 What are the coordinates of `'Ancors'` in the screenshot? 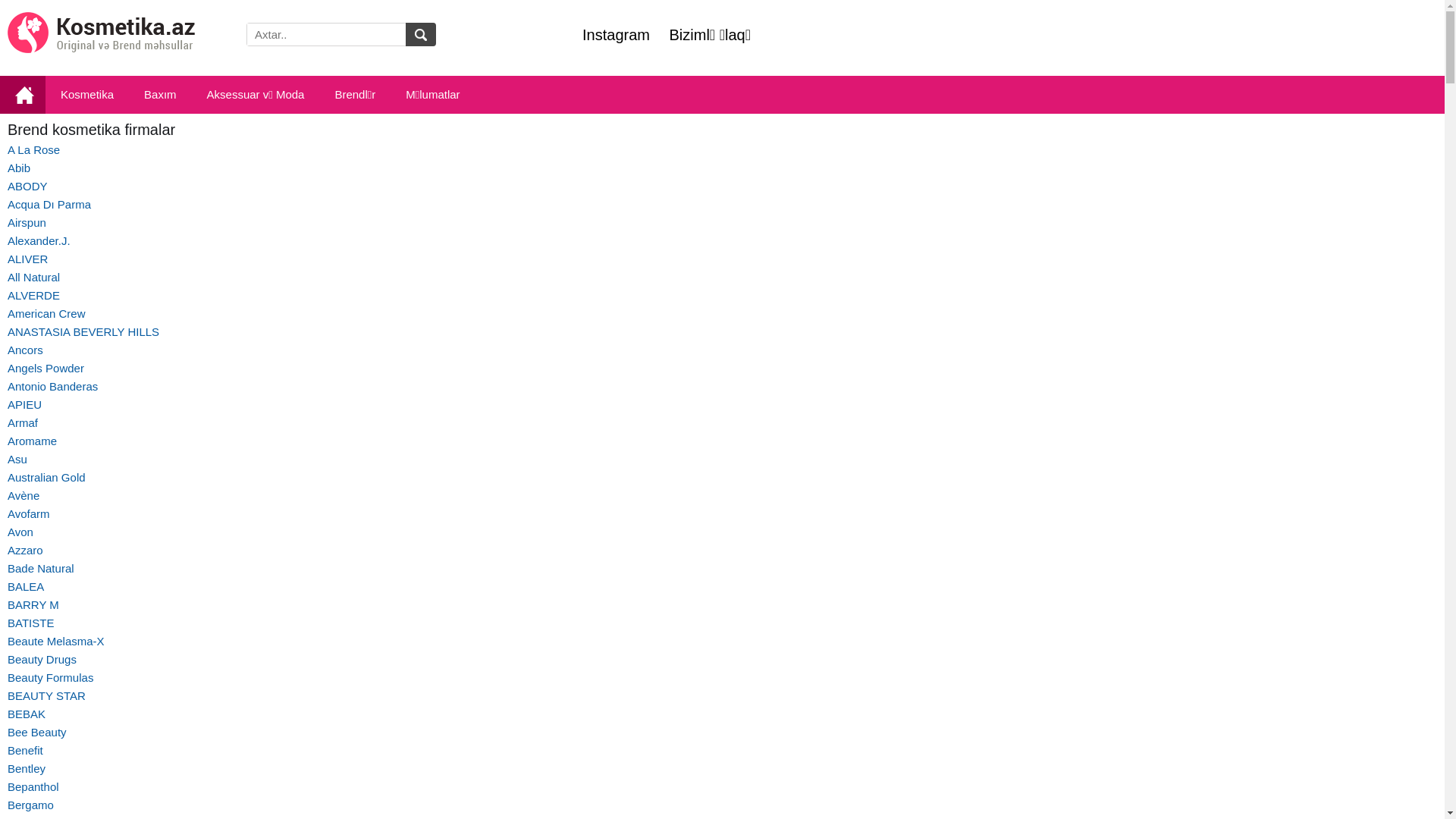 It's located at (25, 350).